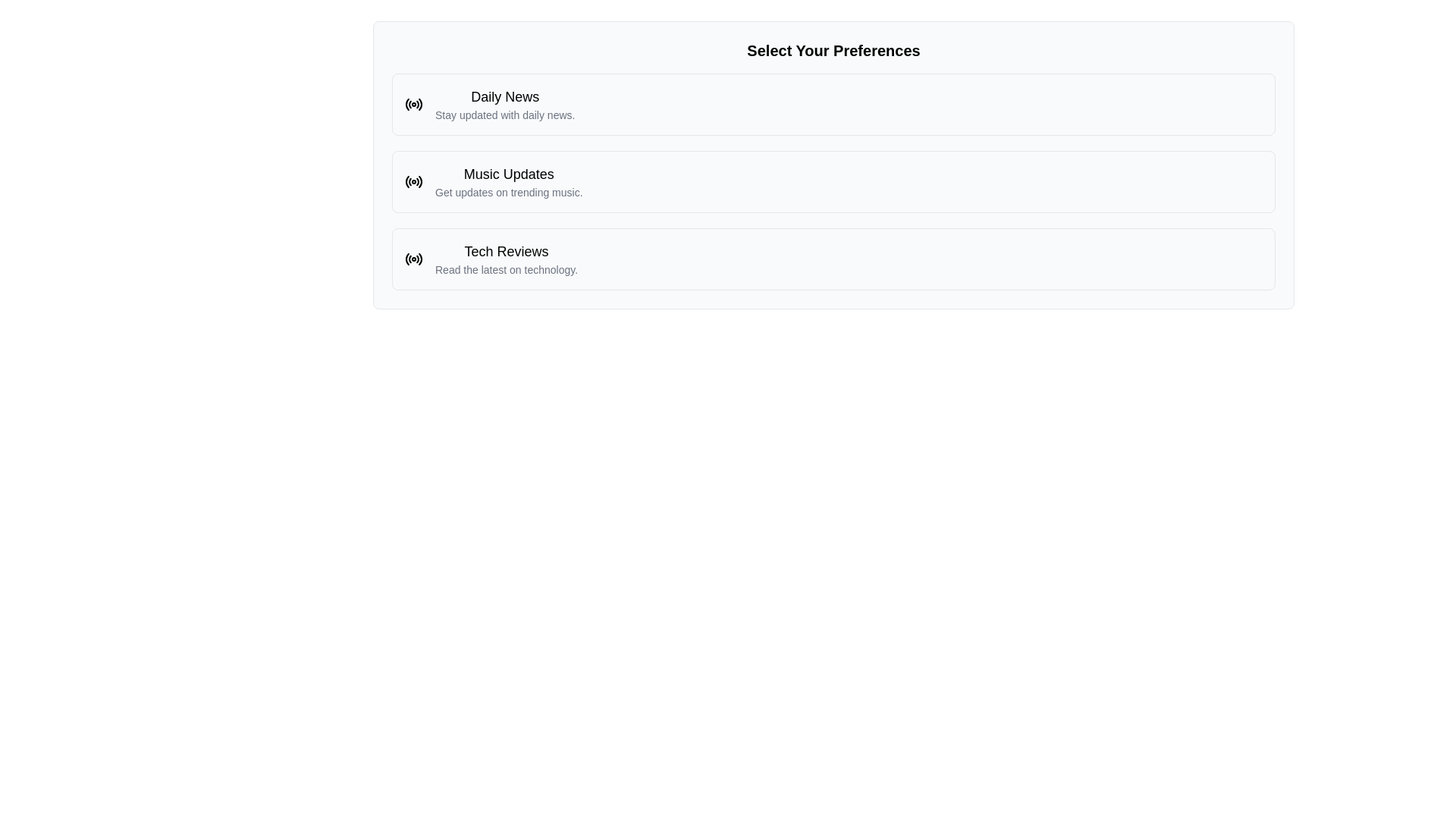 This screenshot has height=819, width=1456. I want to click on the second item in the vertical list of options, which is a Text display block for subscribing to updates about trending music, so click(509, 180).